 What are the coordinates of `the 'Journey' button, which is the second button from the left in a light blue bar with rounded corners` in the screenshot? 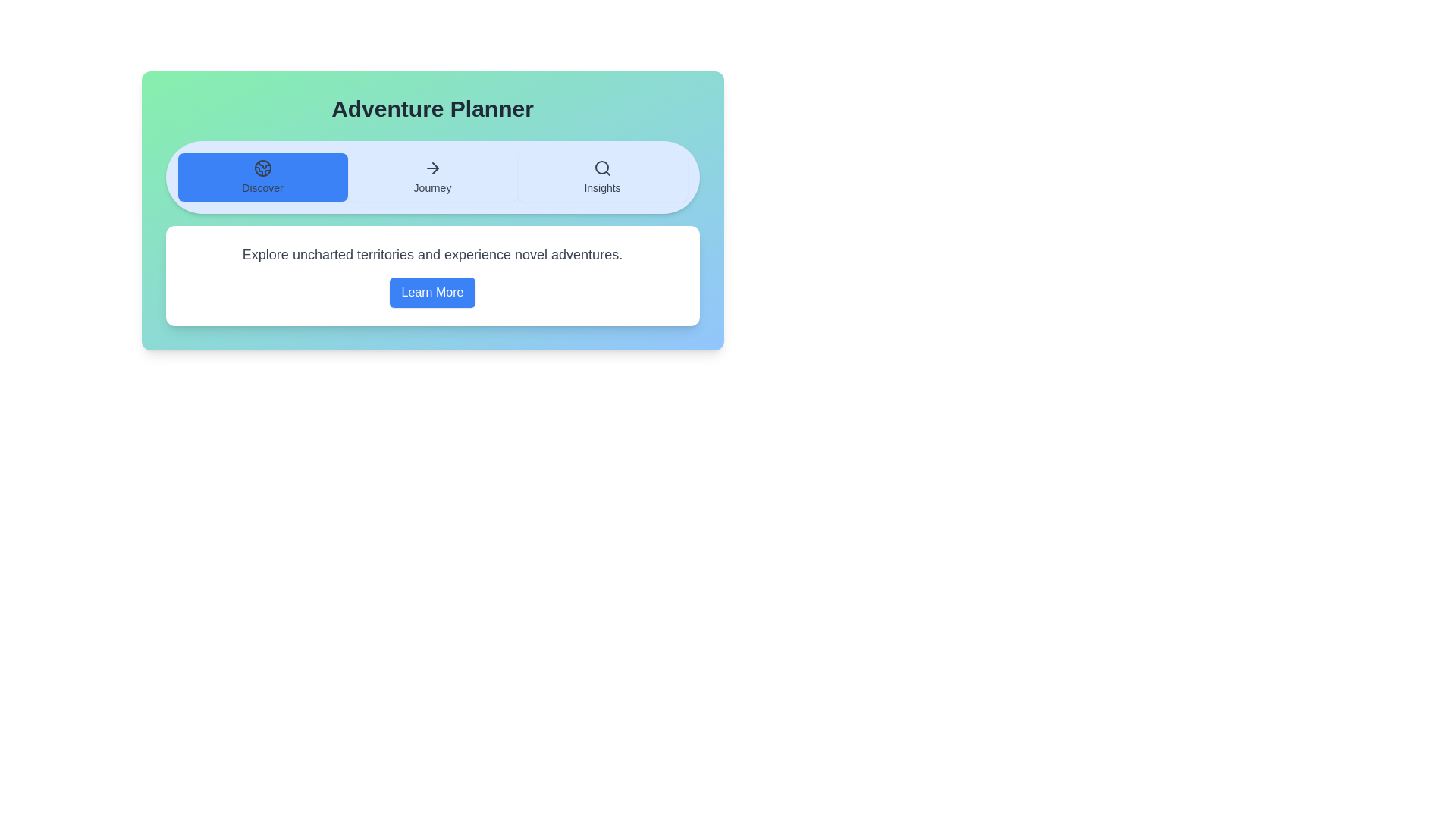 It's located at (431, 177).